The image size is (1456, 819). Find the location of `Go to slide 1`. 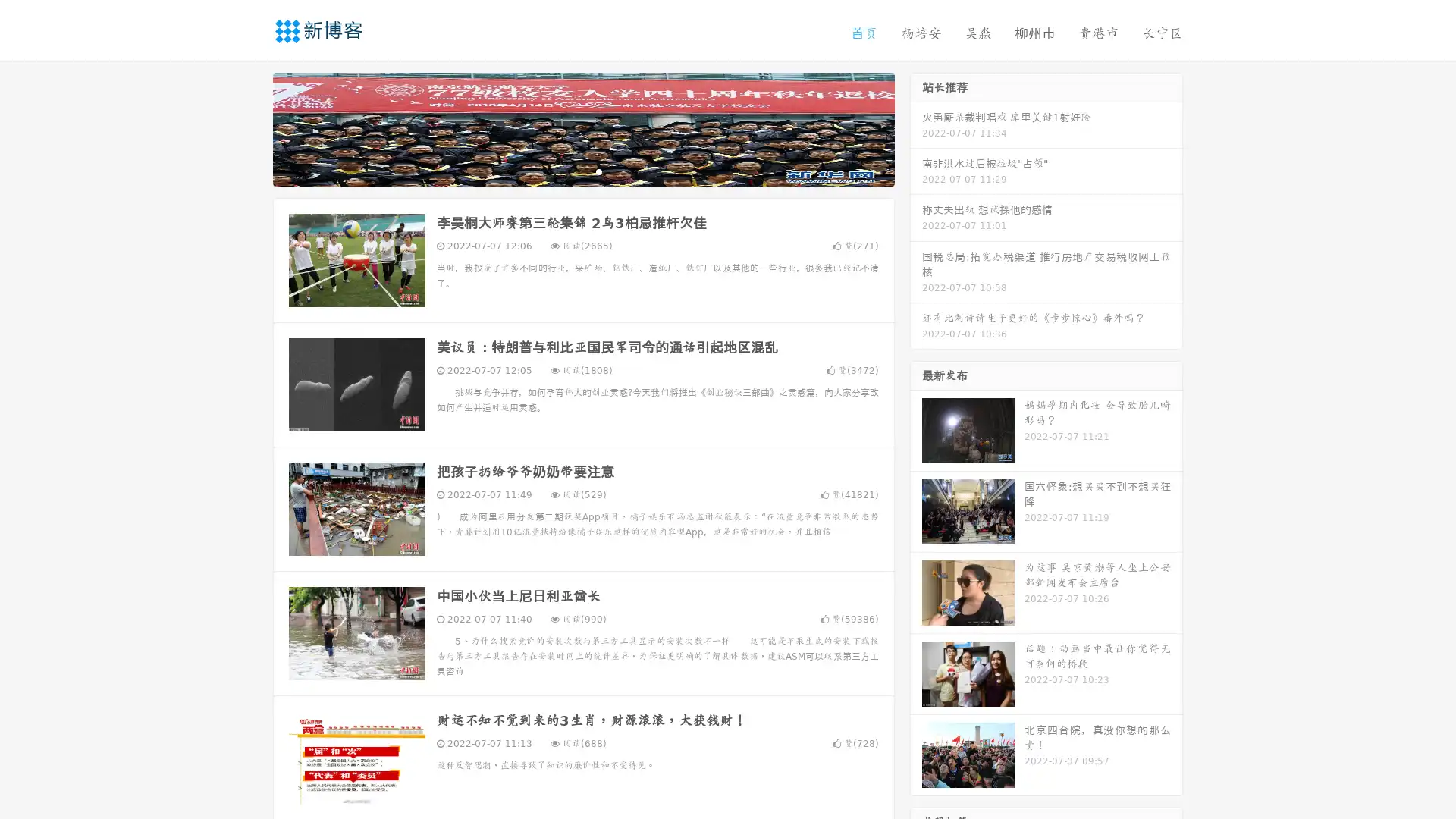

Go to slide 1 is located at coordinates (567, 171).